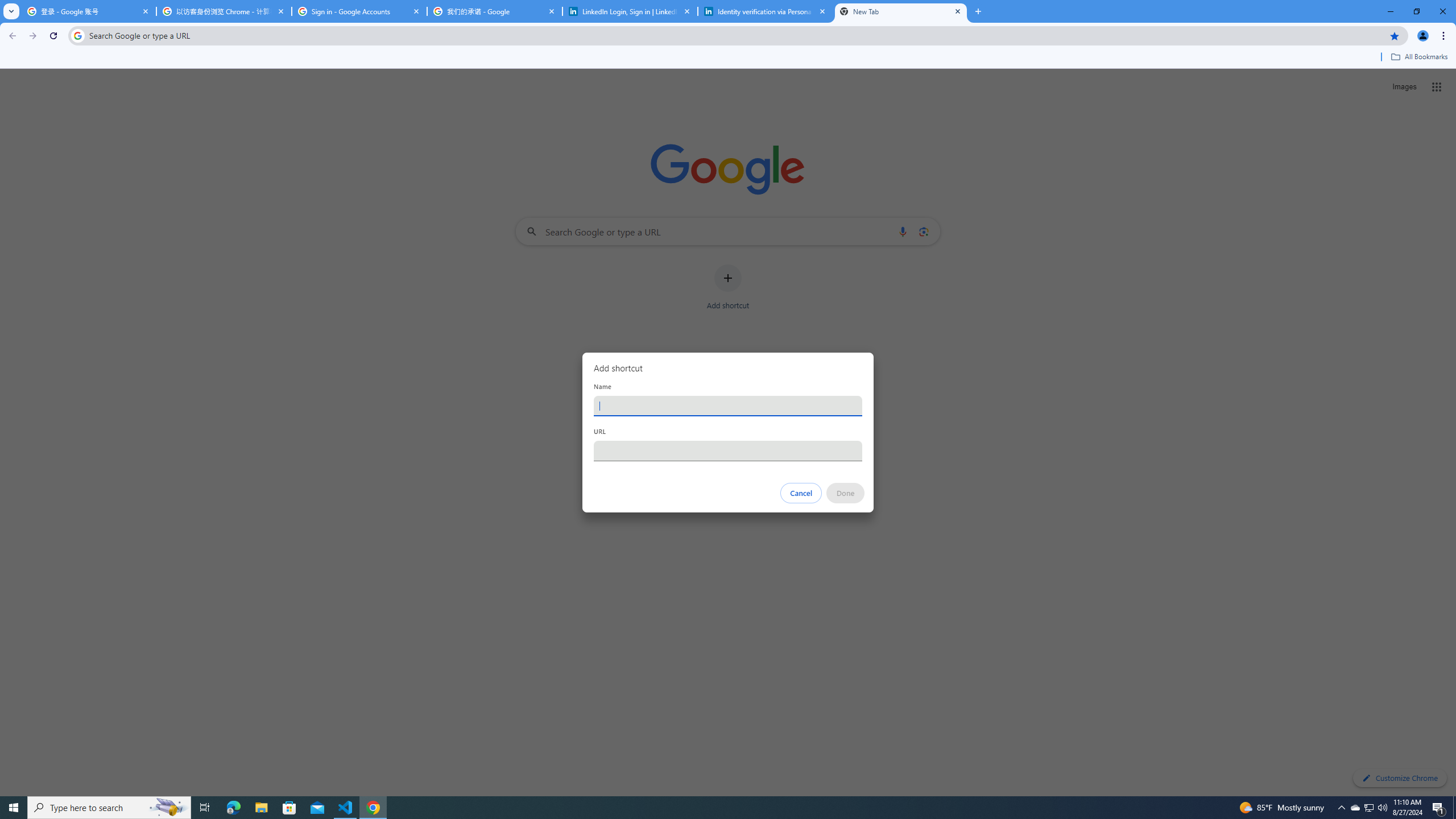 This screenshot has width=1456, height=819. What do you see at coordinates (801, 493) in the screenshot?
I see `'Cancel'` at bounding box center [801, 493].